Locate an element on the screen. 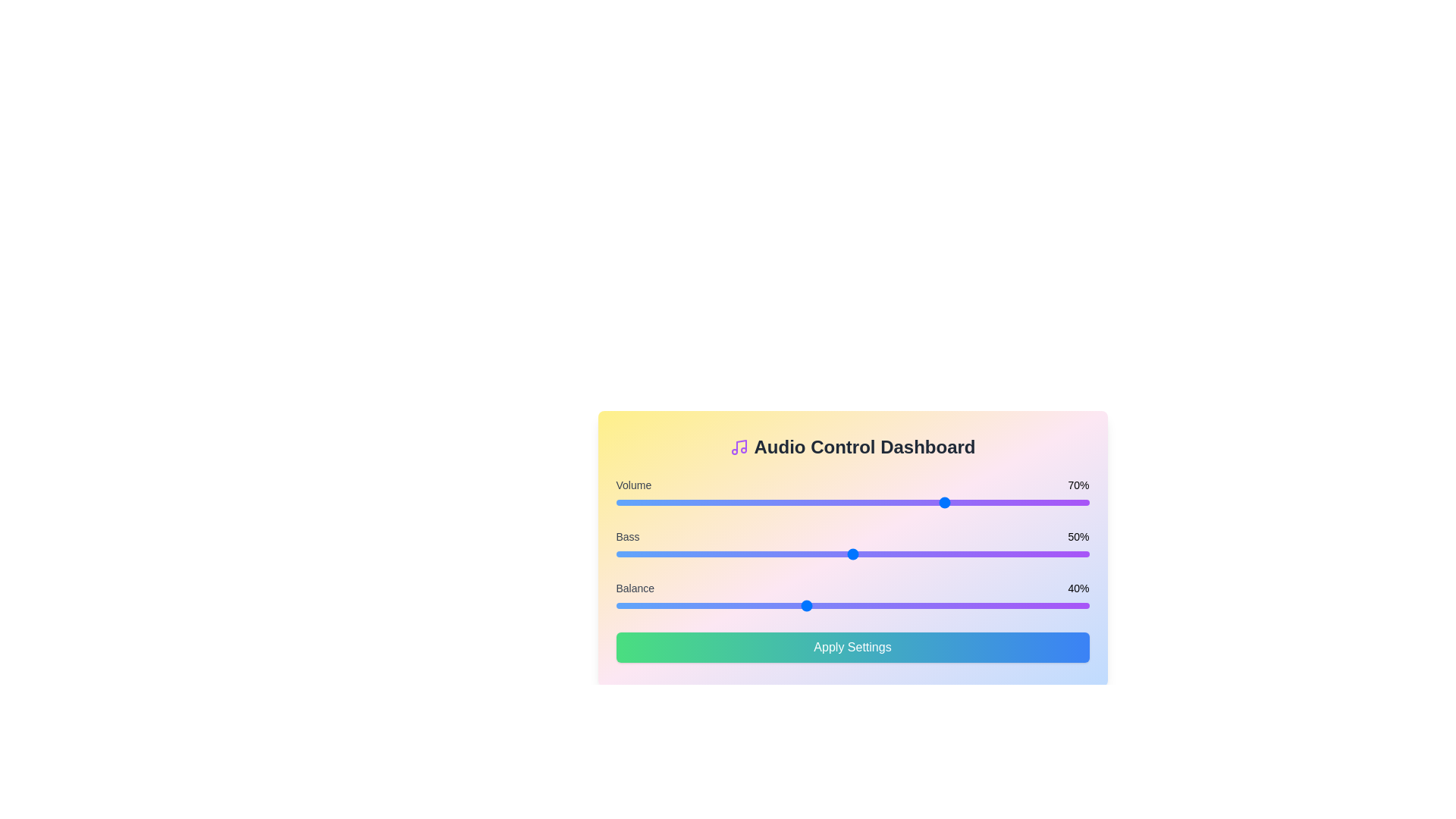  bass level is located at coordinates (814, 554).